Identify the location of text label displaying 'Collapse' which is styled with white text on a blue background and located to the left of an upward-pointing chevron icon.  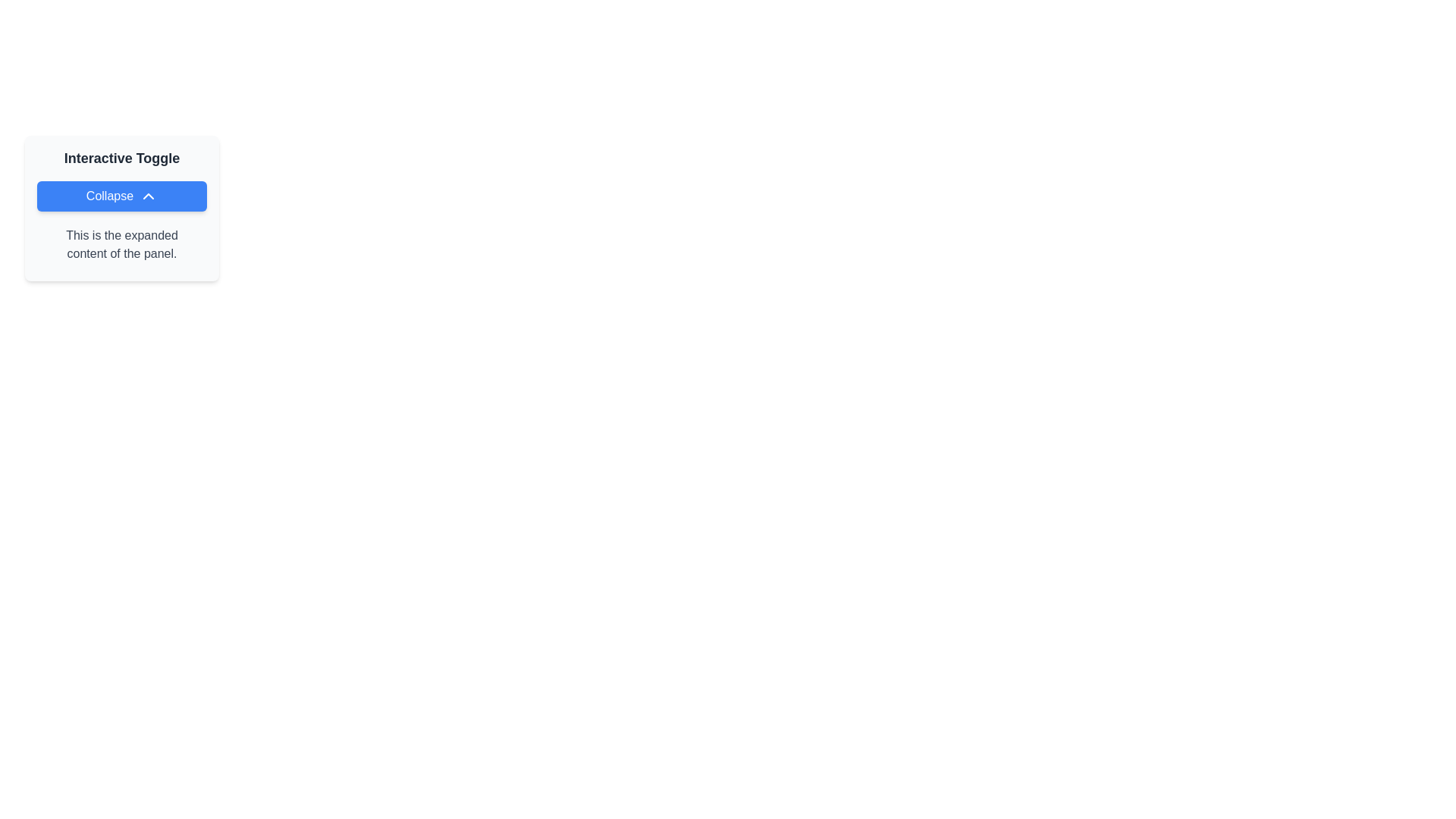
(108, 195).